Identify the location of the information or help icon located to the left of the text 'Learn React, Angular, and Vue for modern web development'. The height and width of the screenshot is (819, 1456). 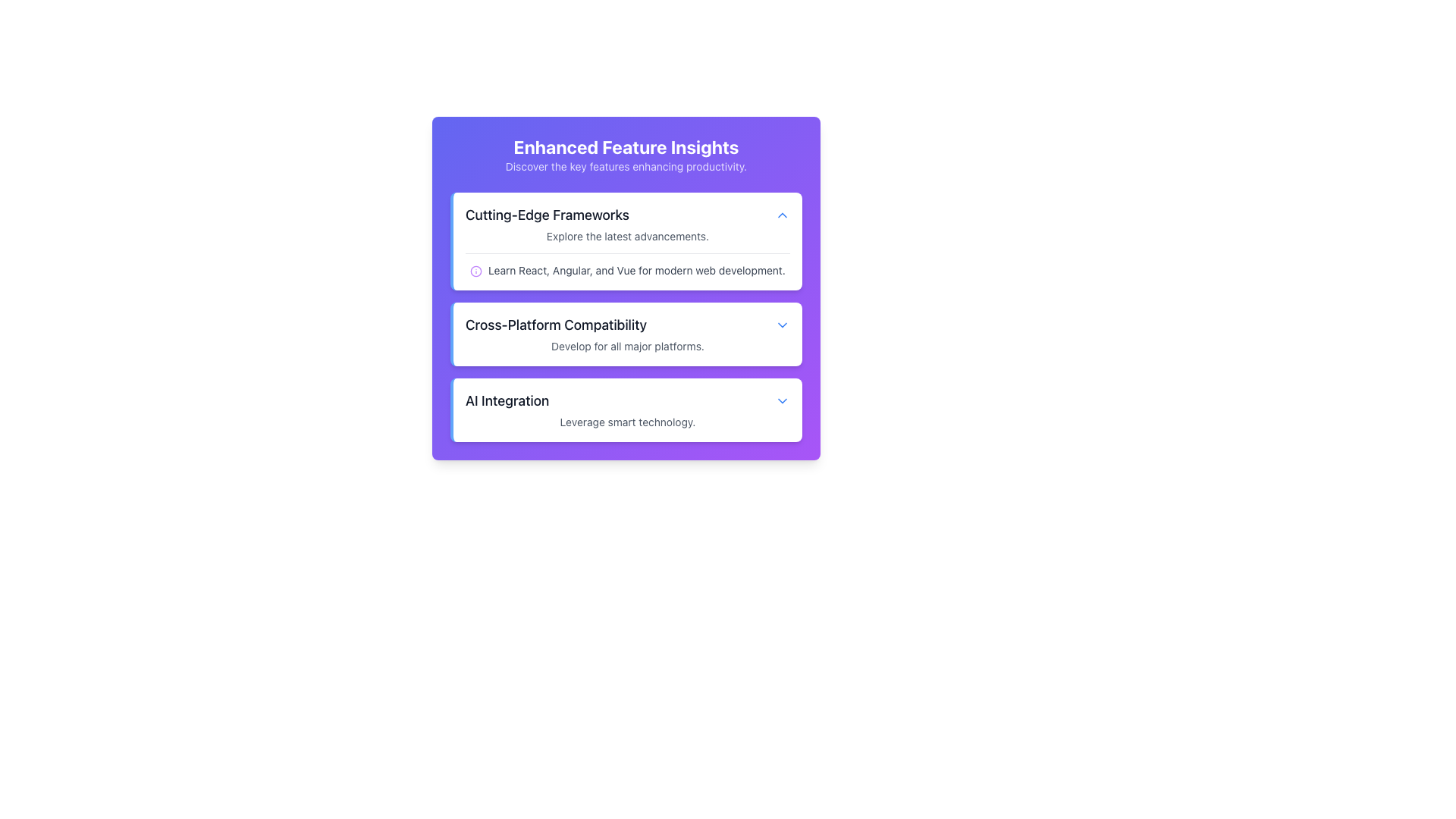
(475, 271).